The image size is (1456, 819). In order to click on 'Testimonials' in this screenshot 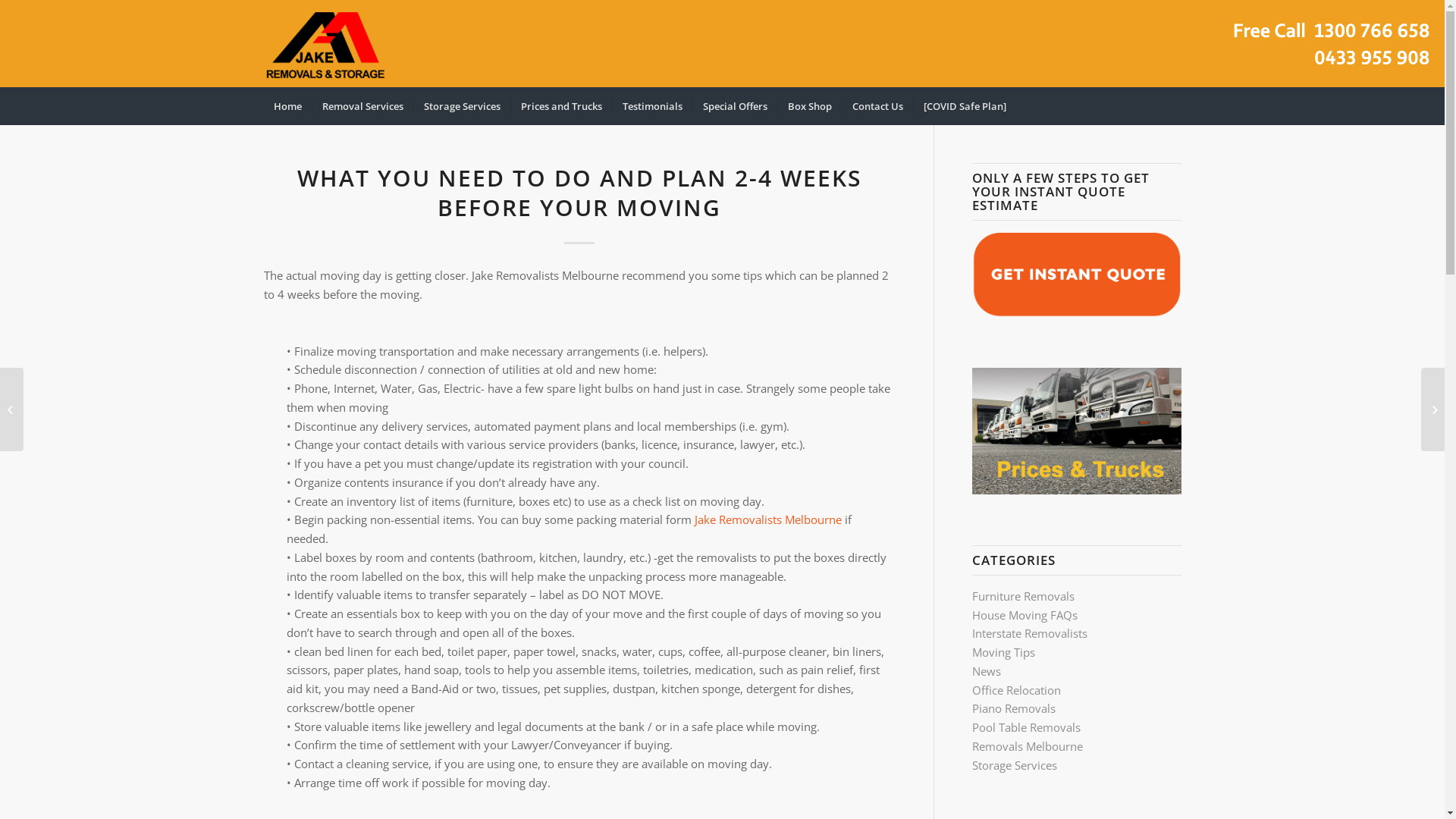, I will do `click(651, 105)`.